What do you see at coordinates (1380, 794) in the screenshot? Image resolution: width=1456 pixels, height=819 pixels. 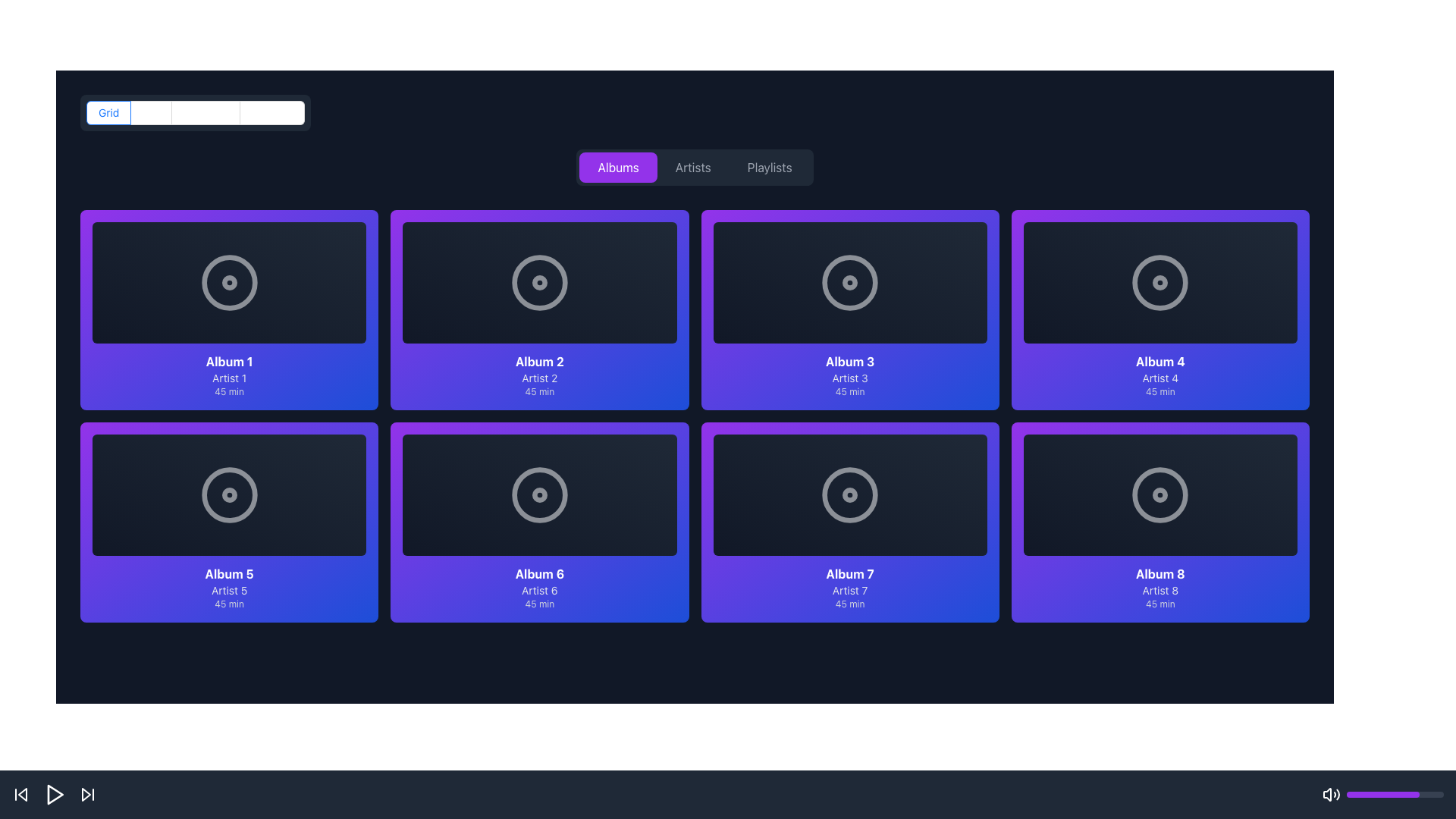 I see `the slider value` at bounding box center [1380, 794].